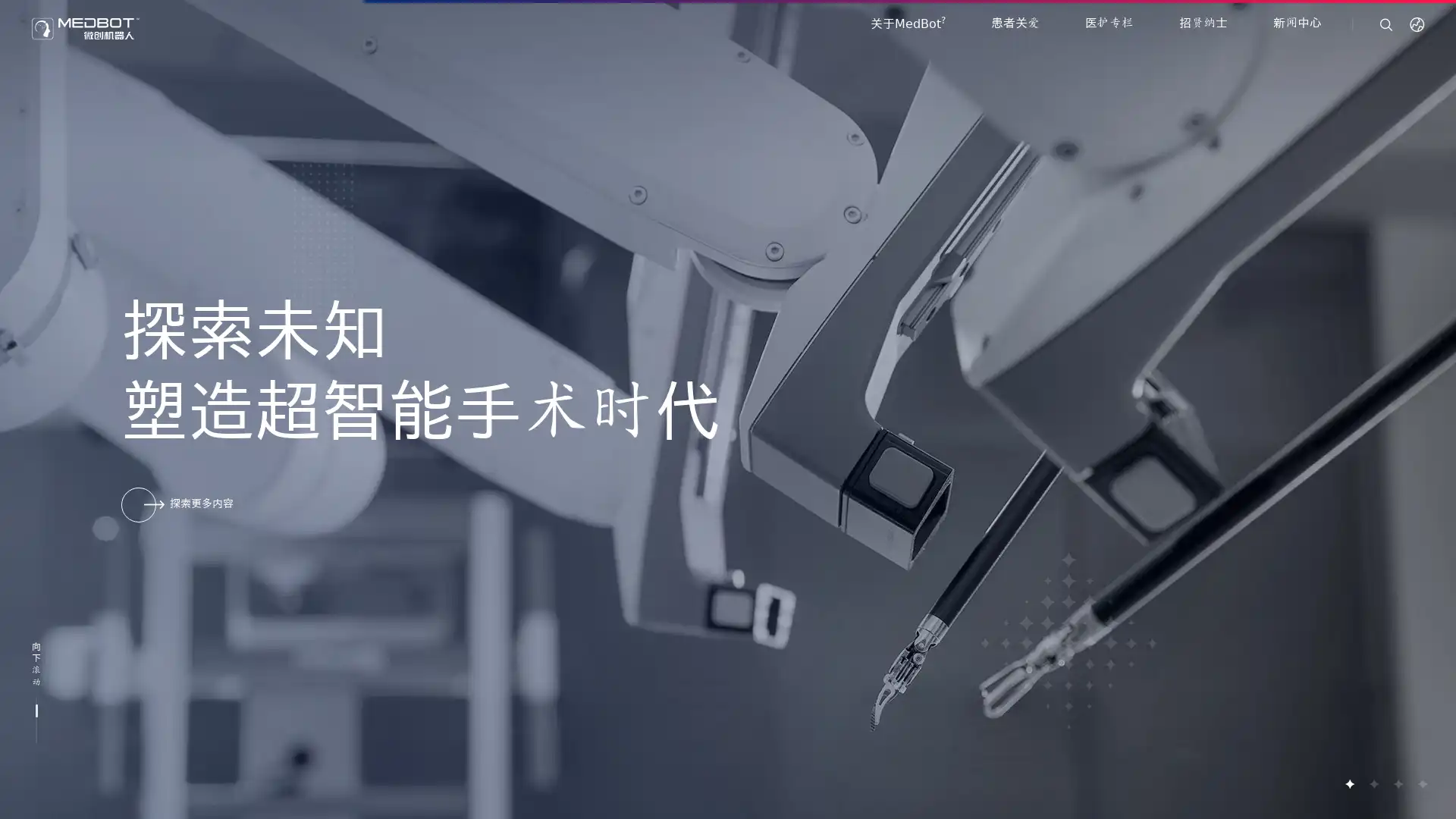 The height and width of the screenshot is (819, 1456). Describe the element at coordinates (1397, 783) in the screenshot. I see `Go to slide 3` at that location.